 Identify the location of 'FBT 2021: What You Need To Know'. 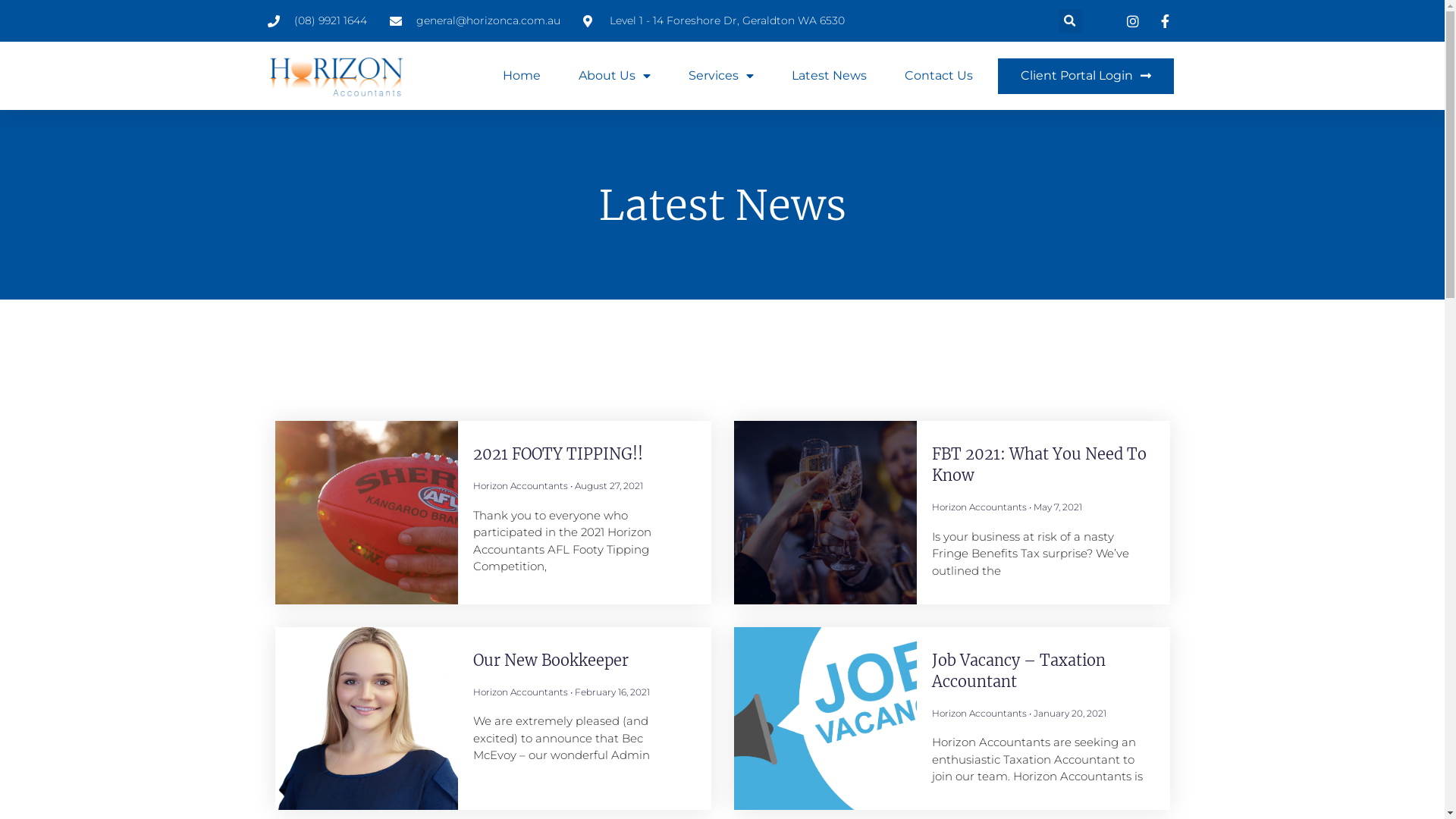
(1038, 463).